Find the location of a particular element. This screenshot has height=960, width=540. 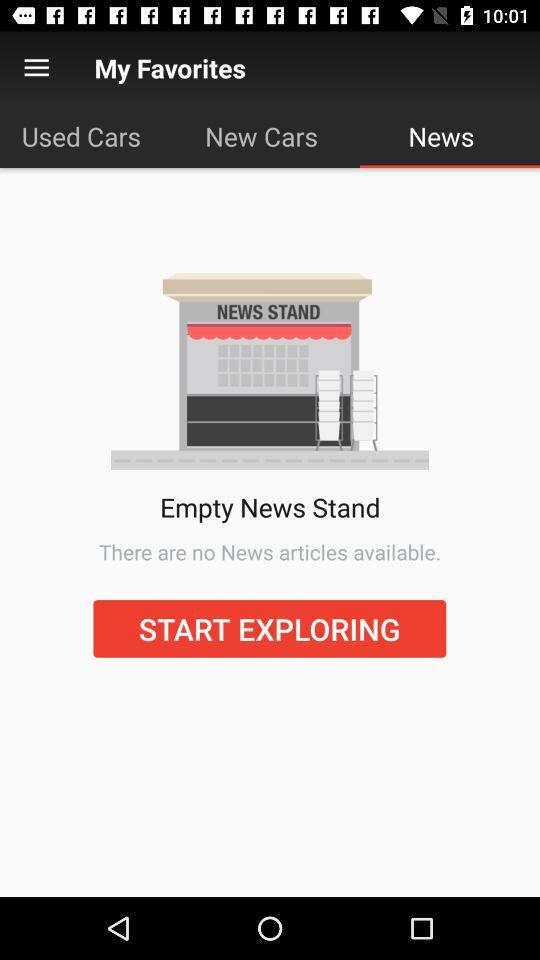

the menu option is located at coordinates (36, 68).